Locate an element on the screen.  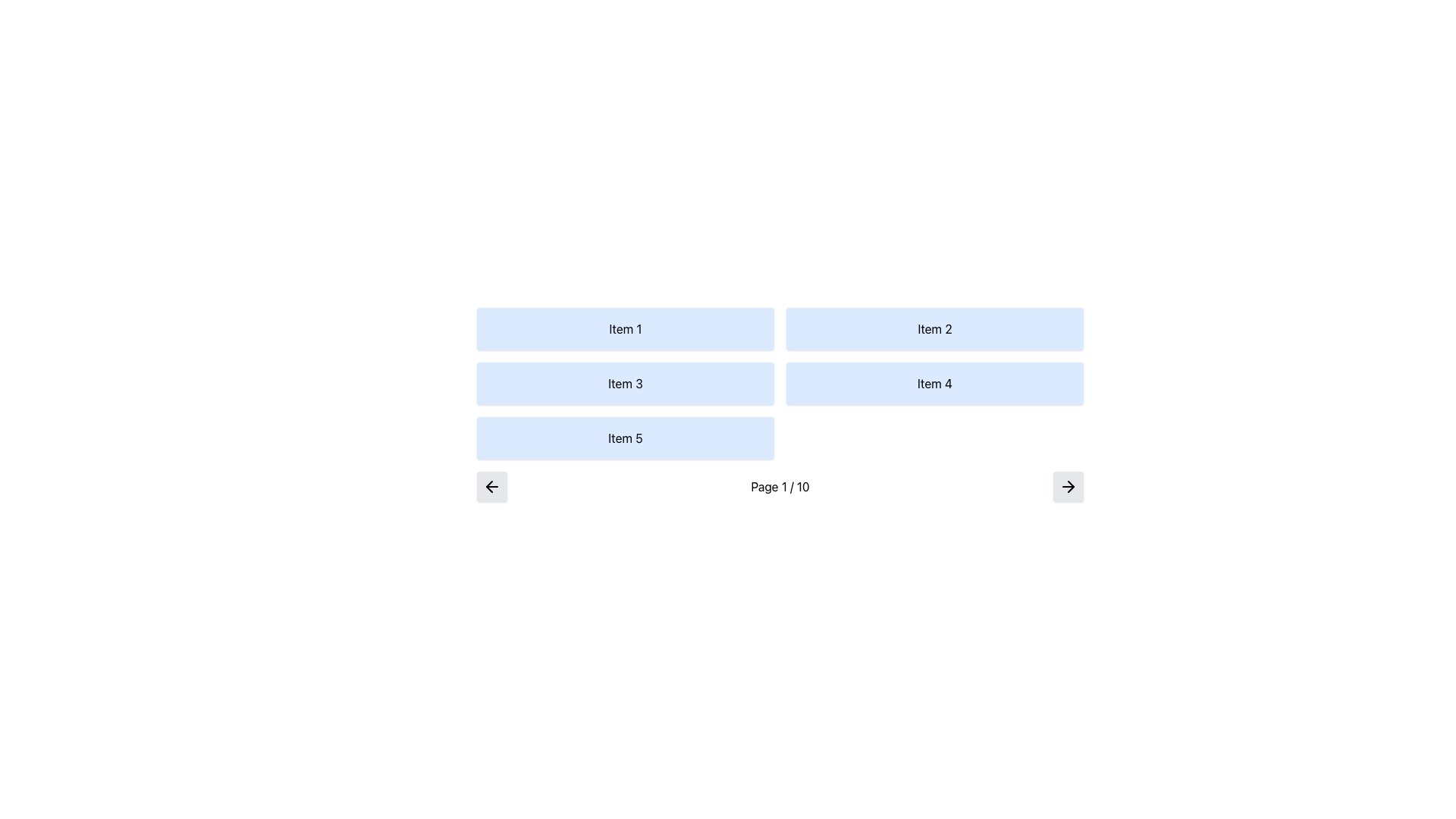
the button-like grid item labeled 'Item 2' which has a light blue background and is located in the top row of the grid layout is located at coordinates (934, 328).